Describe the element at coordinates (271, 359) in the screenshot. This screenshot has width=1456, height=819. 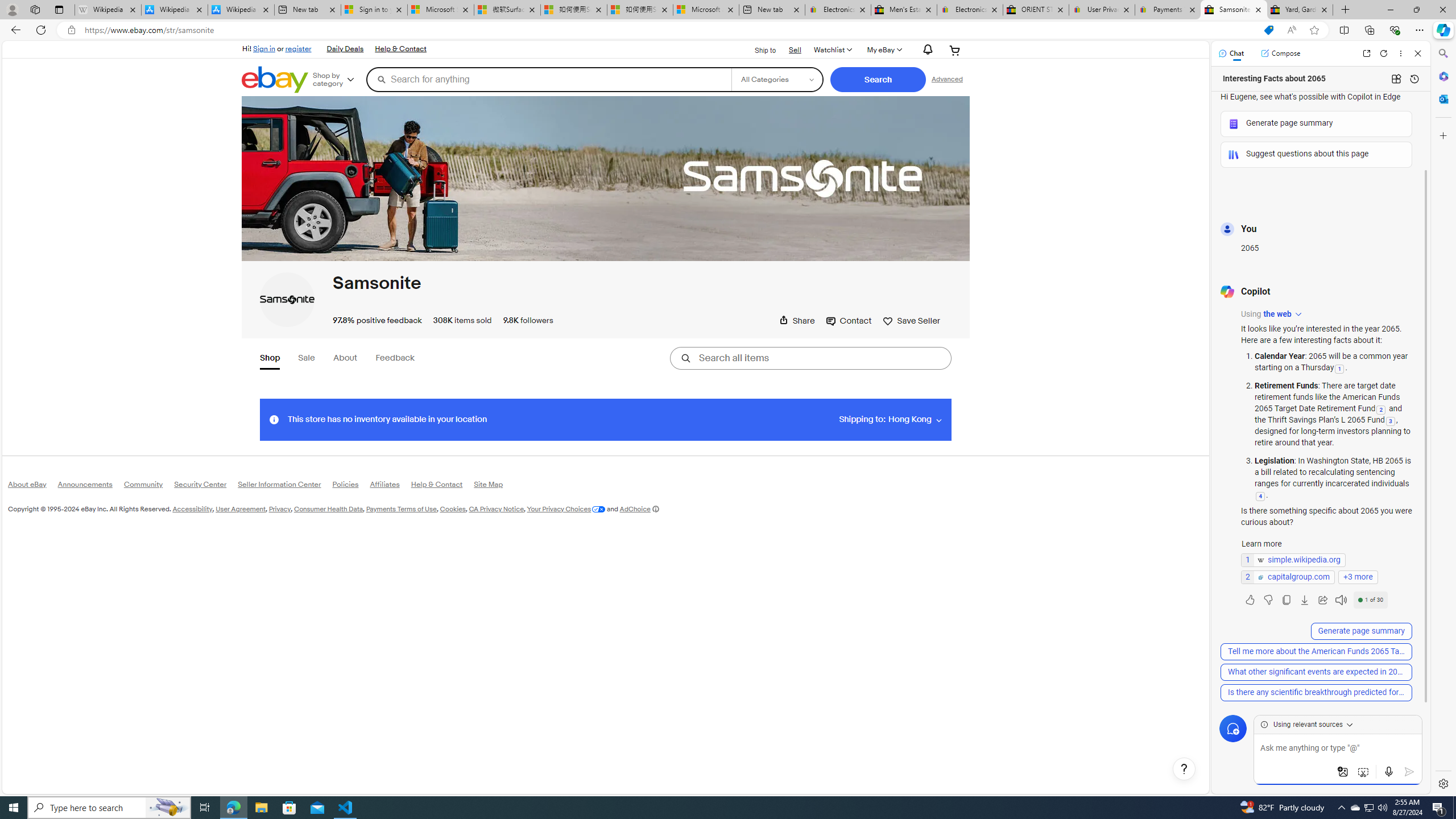
I see `'Shop'` at that location.